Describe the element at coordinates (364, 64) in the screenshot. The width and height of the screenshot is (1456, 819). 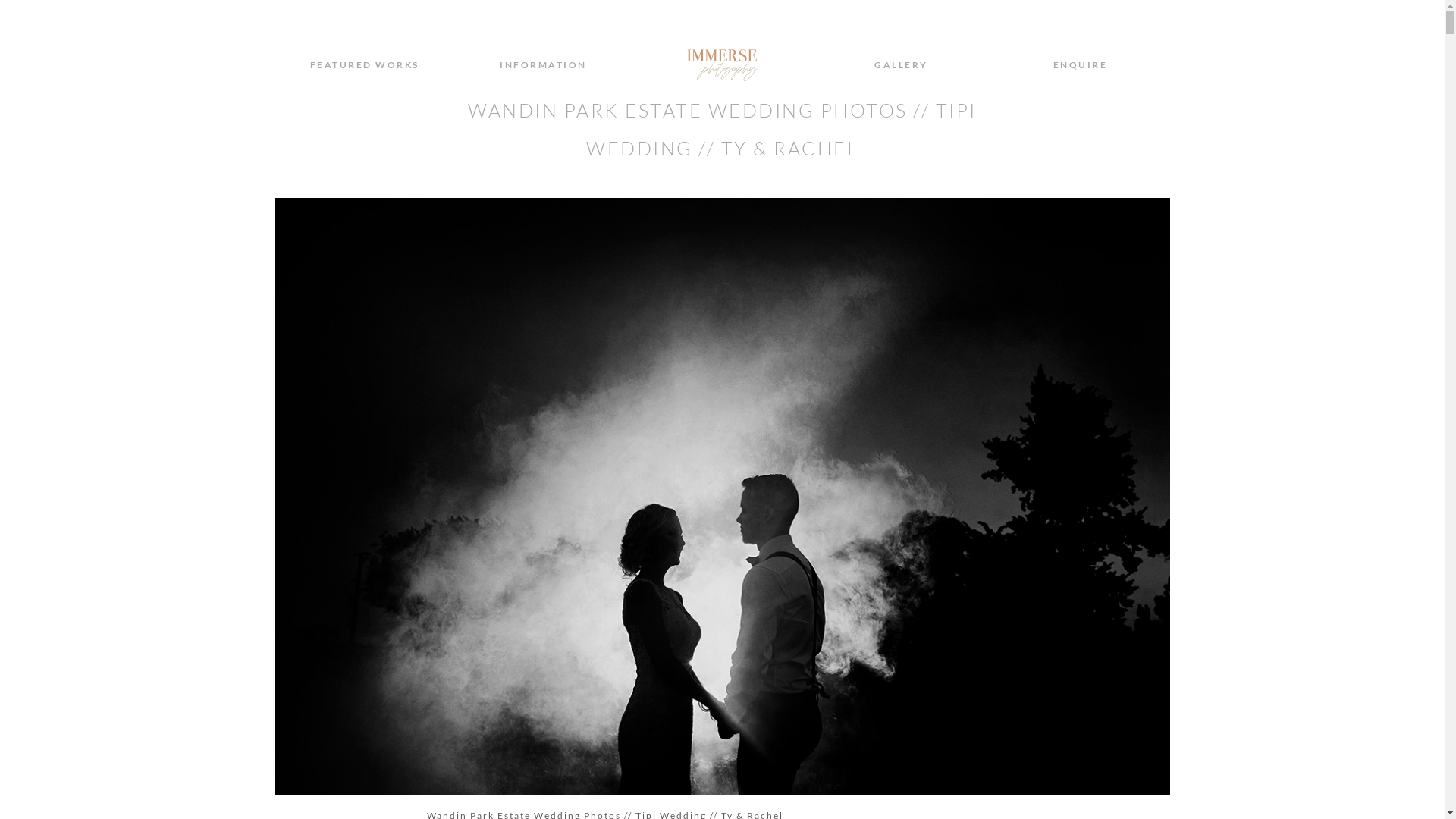
I see `'FEATURED WORKS'` at that location.